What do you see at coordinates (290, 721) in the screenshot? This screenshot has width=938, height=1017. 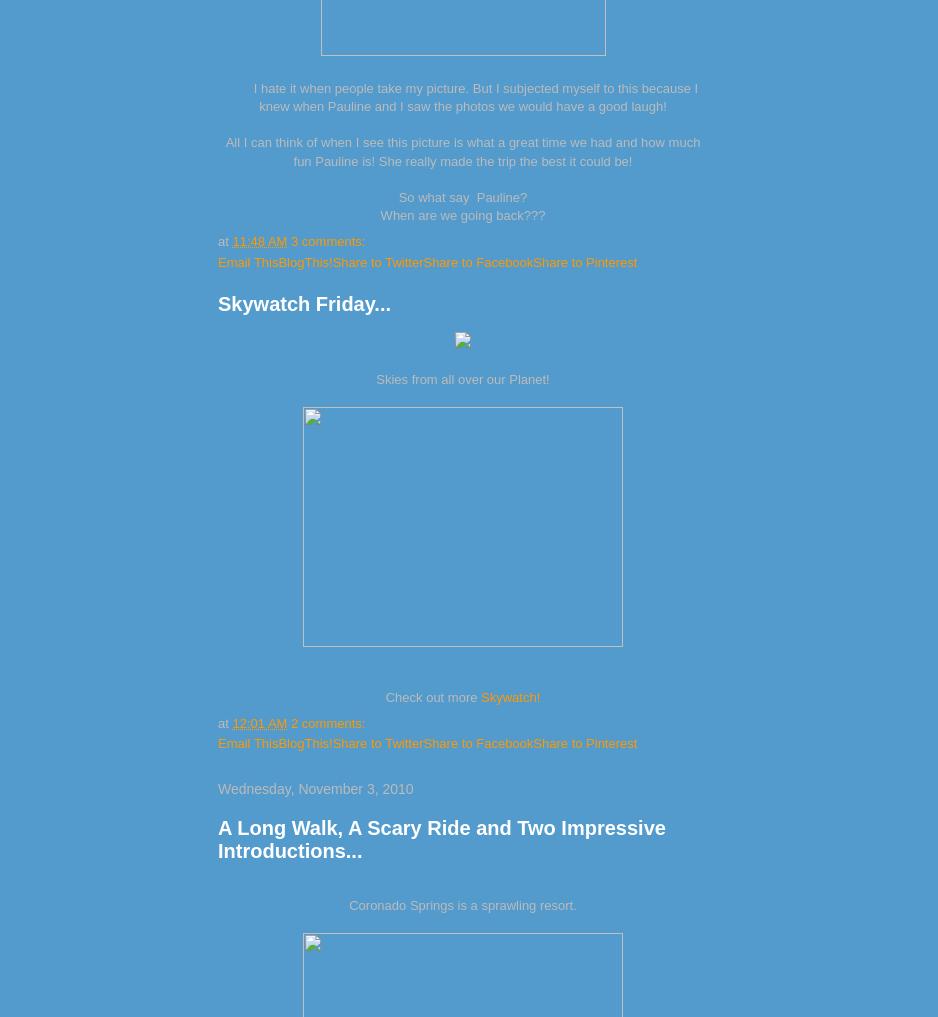 I see `'2 comments:'` at bounding box center [290, 721].